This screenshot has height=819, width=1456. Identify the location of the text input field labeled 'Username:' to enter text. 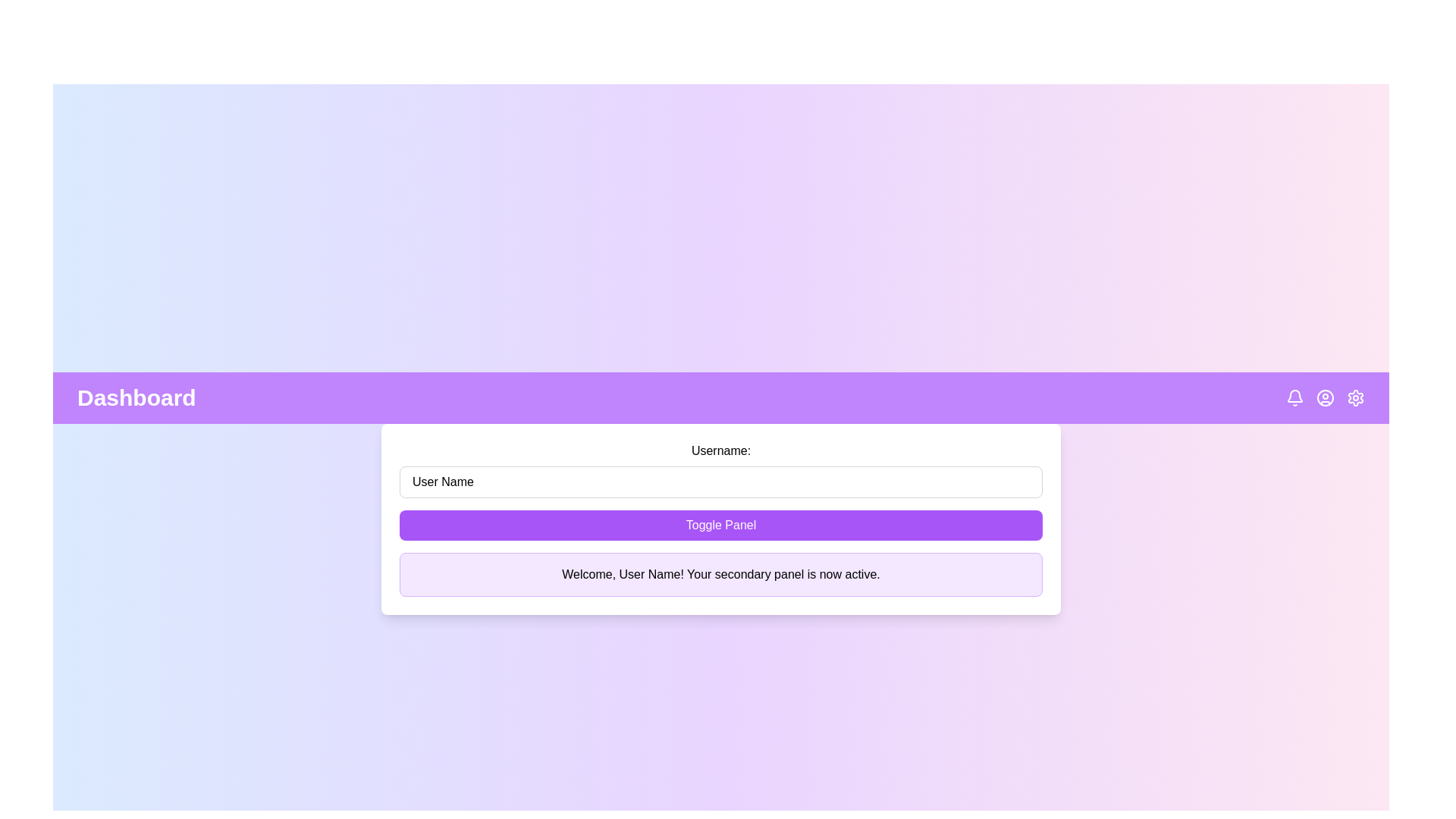
(720, 469).